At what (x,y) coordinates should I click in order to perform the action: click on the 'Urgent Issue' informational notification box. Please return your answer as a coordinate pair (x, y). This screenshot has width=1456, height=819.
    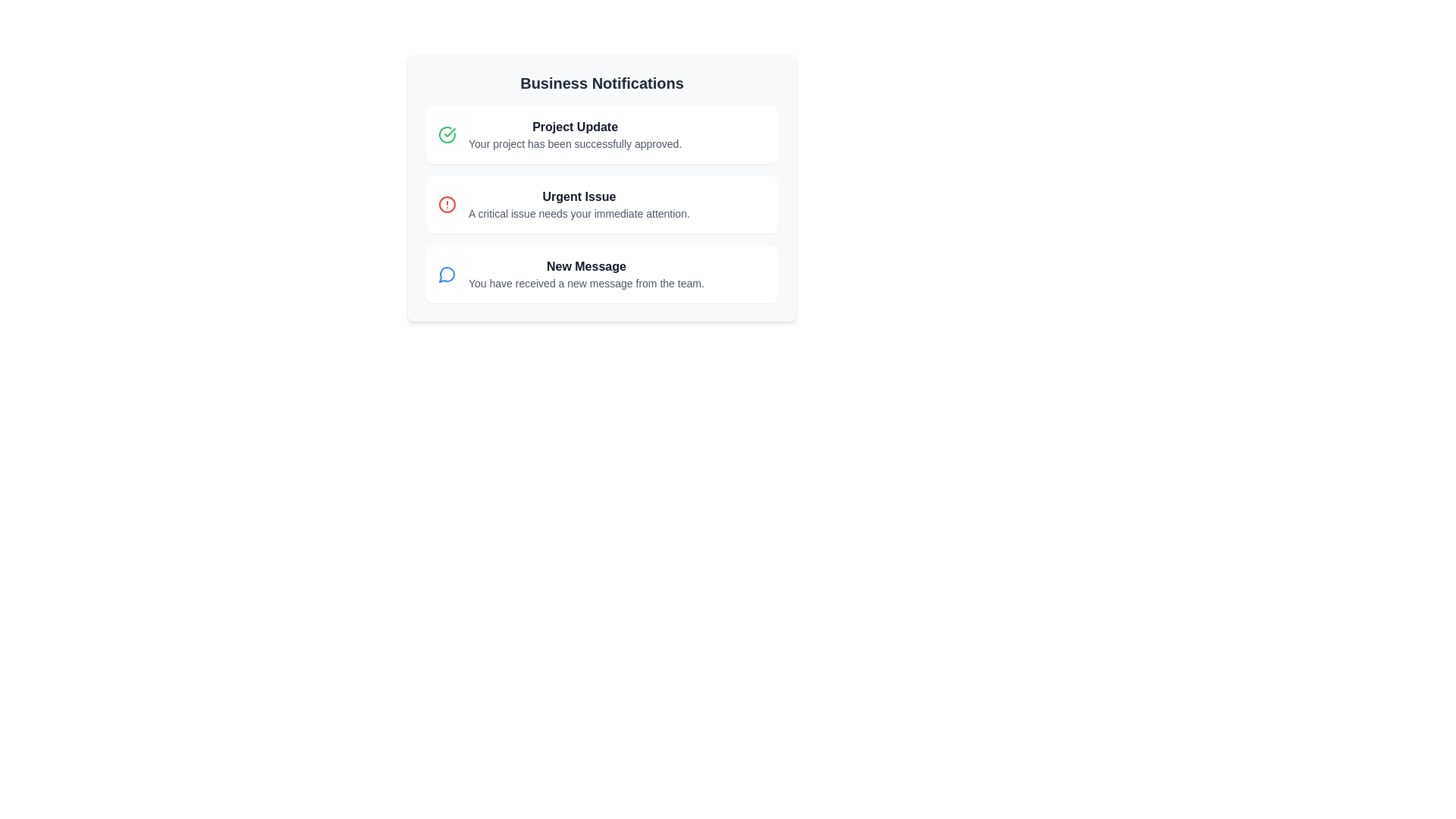
    Looking at the image, I should click on (578, 205).